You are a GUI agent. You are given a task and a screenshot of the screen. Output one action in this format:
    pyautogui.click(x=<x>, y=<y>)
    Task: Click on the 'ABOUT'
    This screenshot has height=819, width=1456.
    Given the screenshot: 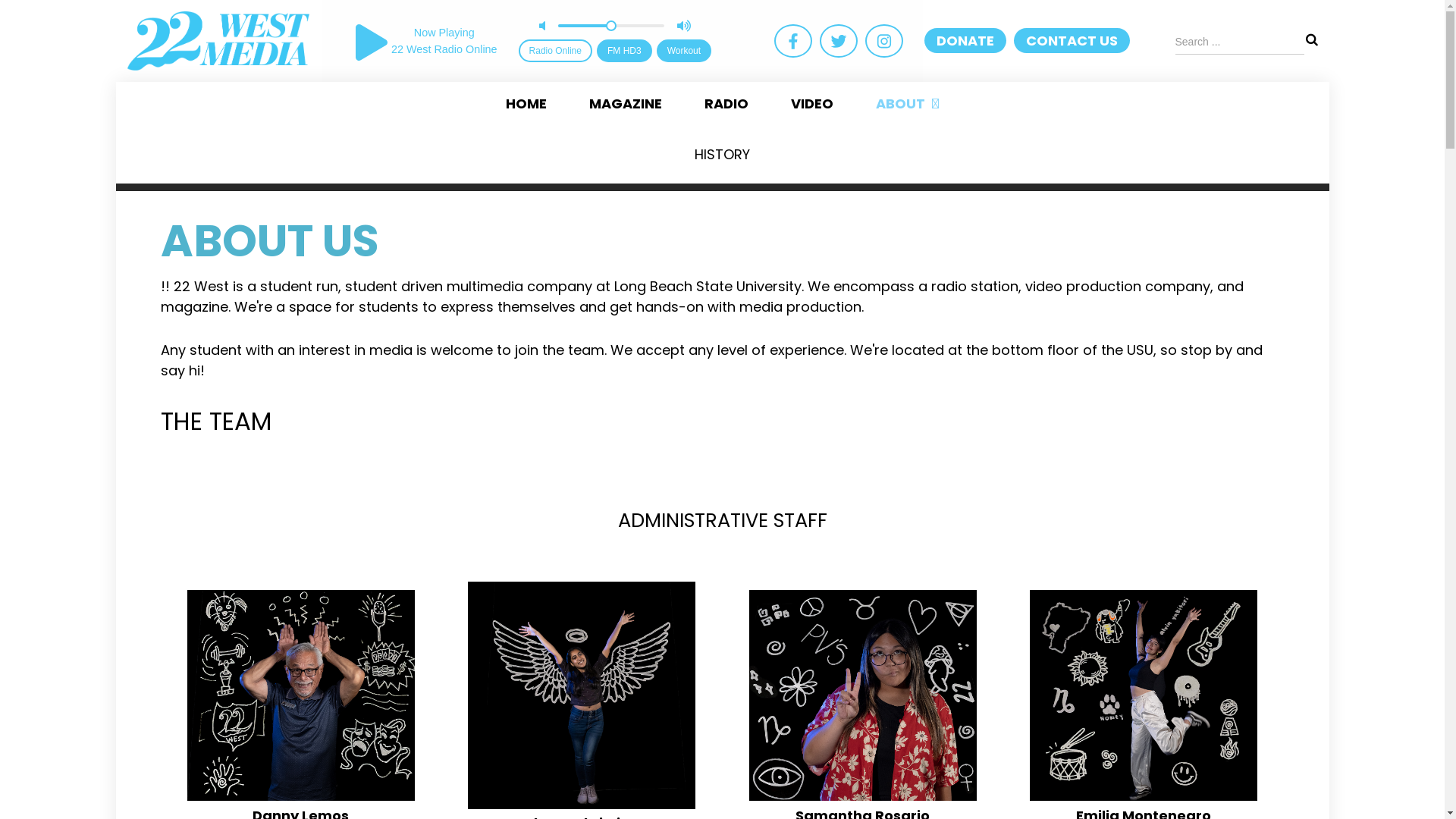 What is the action you would take?
    pyautogui.click(x=855, y=103)
    